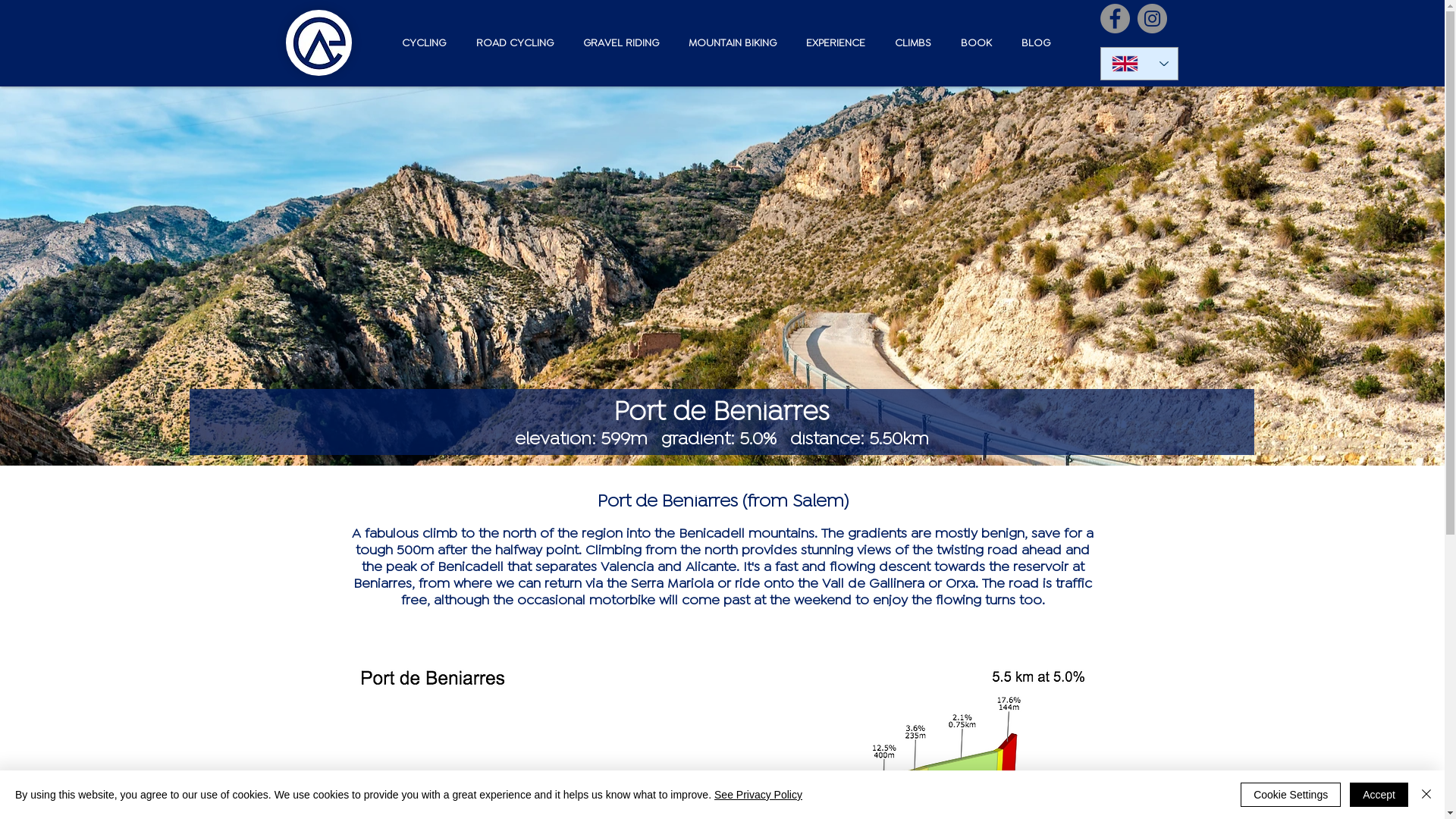 The width and height of the screenshot is (1456, 819). What do you see at coordinates (830, 42) in the screenshot?
I see `'EXPERIENCE'` at bounding box center [830, 42].